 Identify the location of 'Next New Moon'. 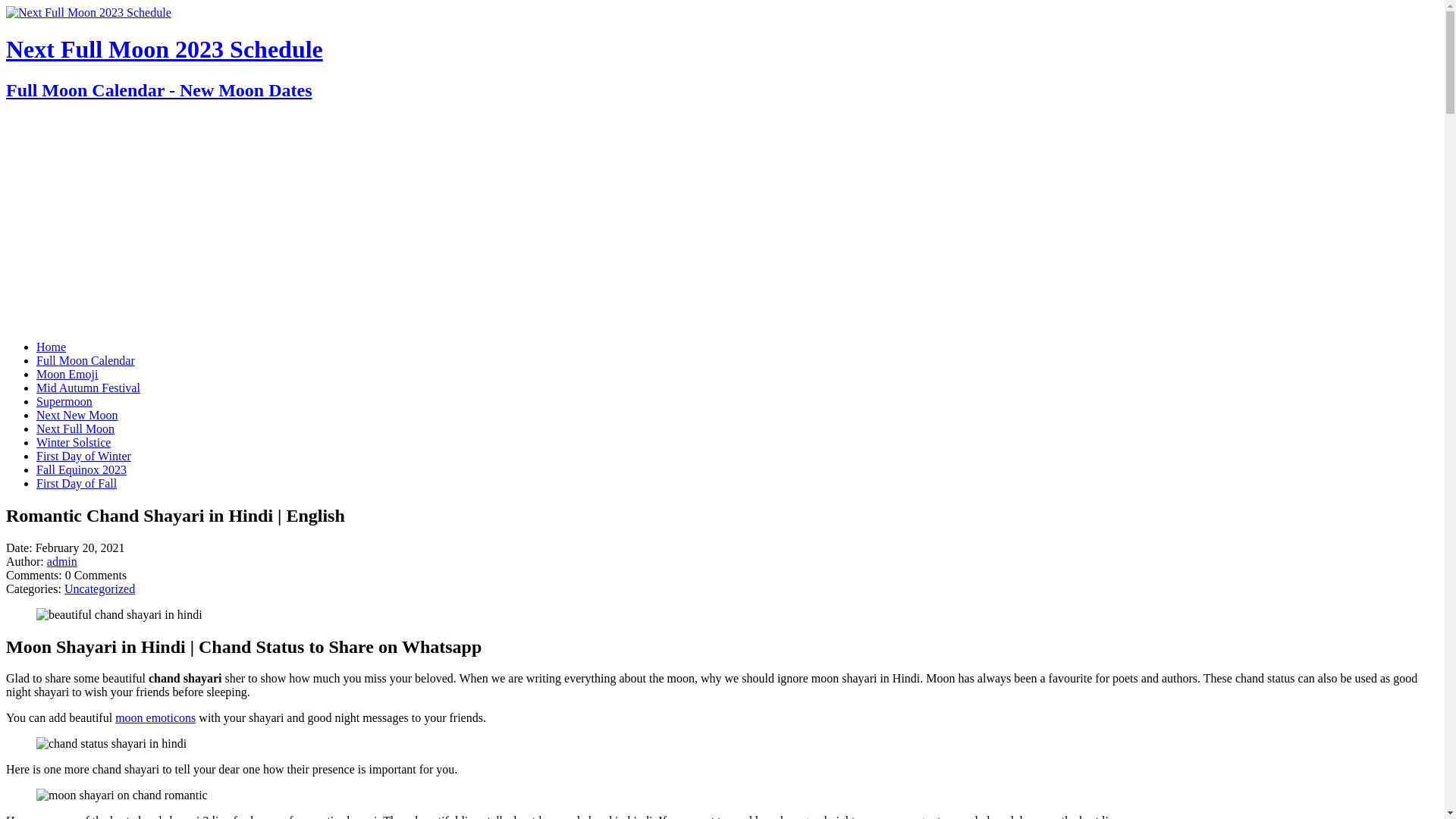
(76, 415).